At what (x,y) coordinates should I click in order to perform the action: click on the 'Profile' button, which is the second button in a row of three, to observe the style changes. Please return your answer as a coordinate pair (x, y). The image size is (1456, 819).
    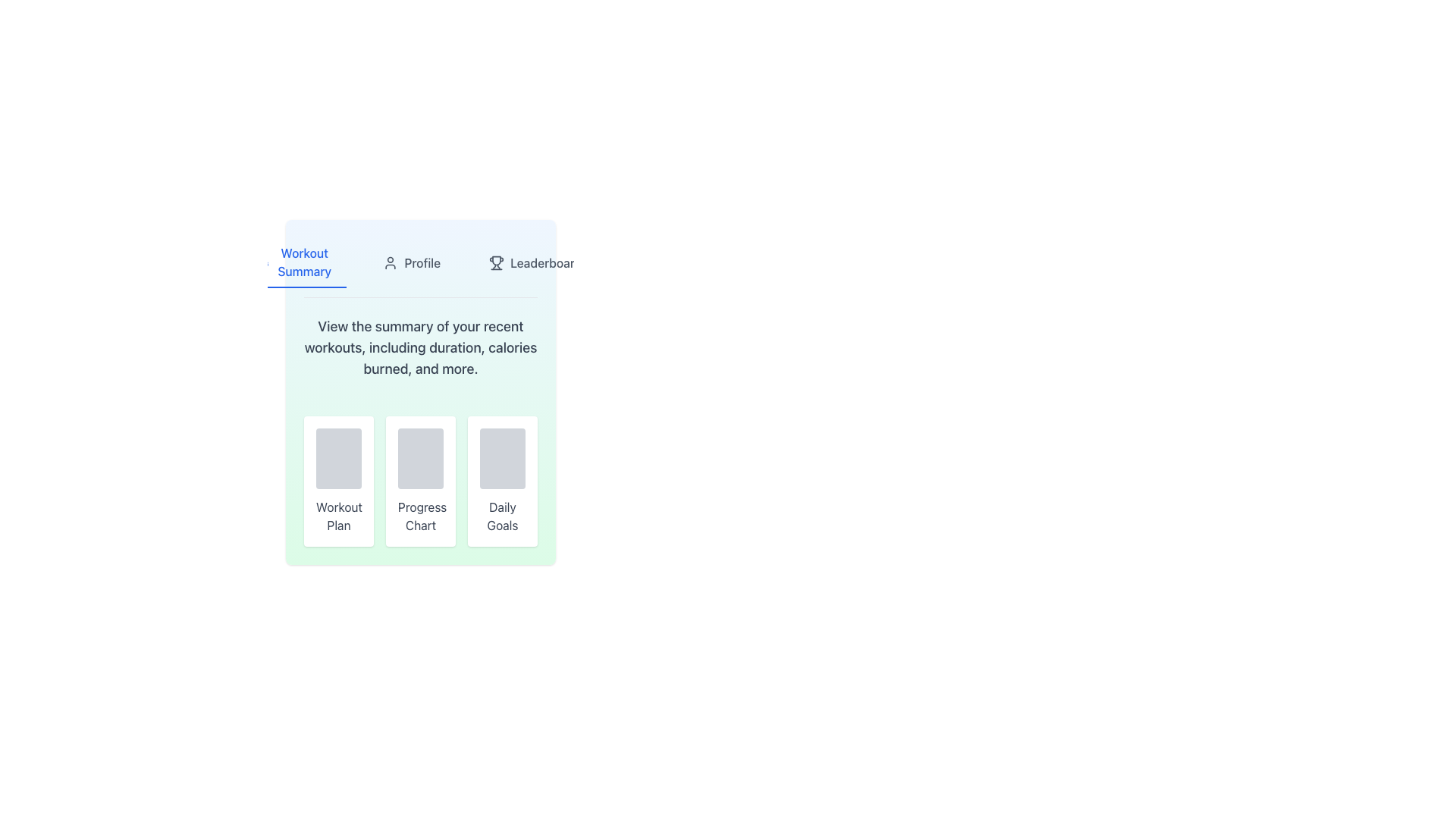
    Looking at the image, I should click on (412, 262).